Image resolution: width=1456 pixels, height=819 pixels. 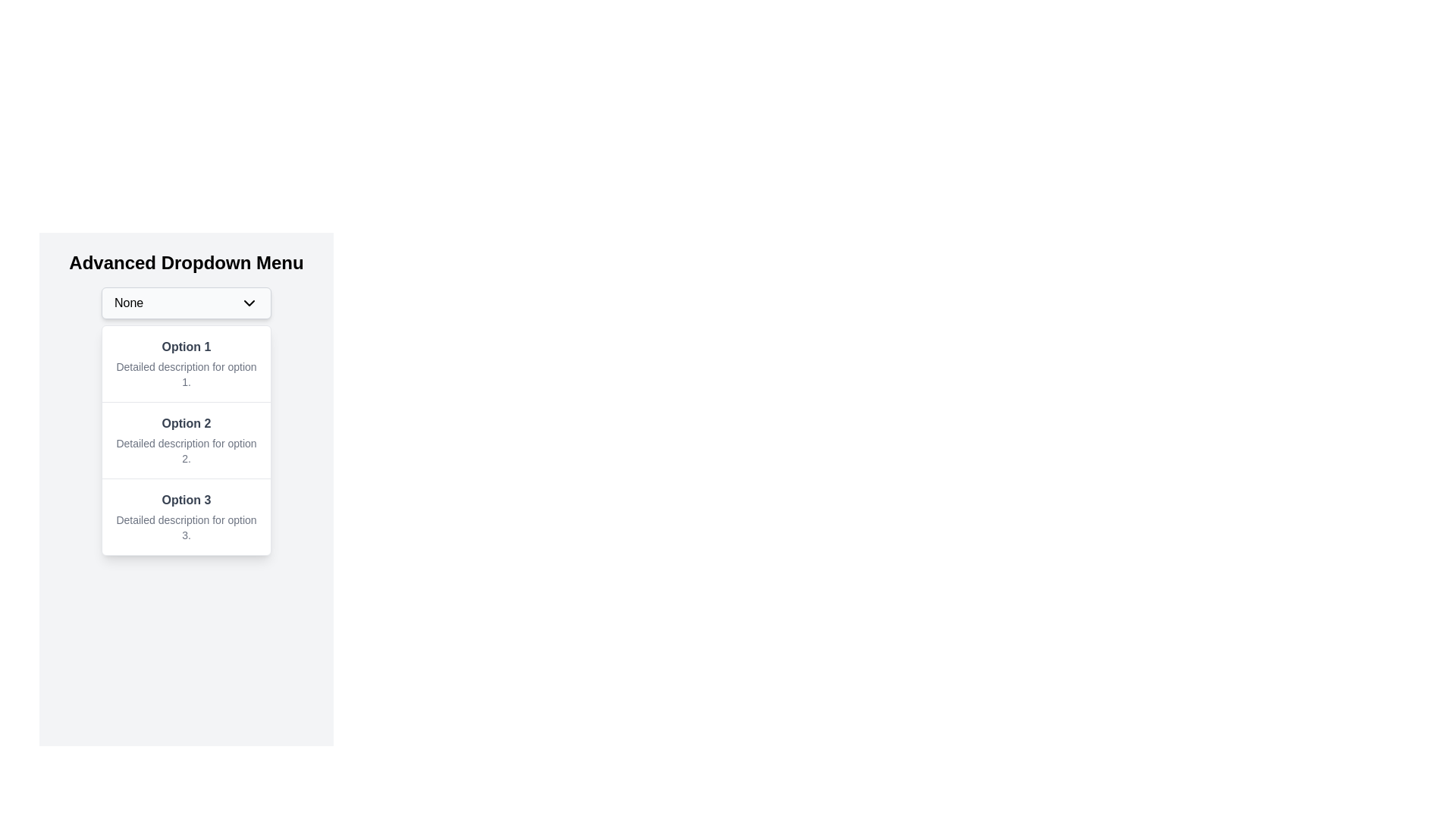 I want to click on the downward arrow icon located to the far right within the dropdown menu header box containing the text 'None', so click(x=249, y=303).